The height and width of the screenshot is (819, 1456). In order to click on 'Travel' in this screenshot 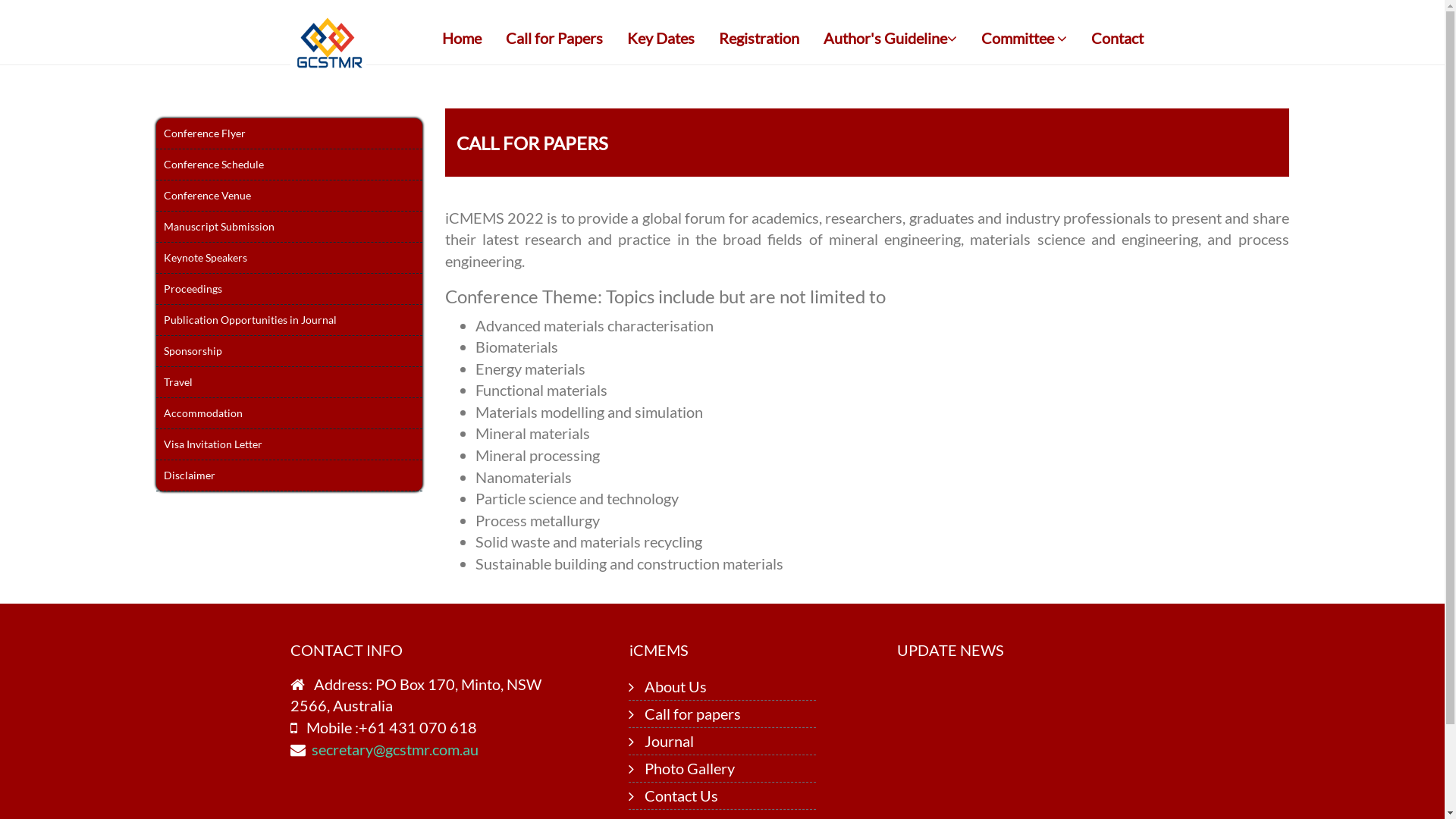, I will do `click(289, 381)`.